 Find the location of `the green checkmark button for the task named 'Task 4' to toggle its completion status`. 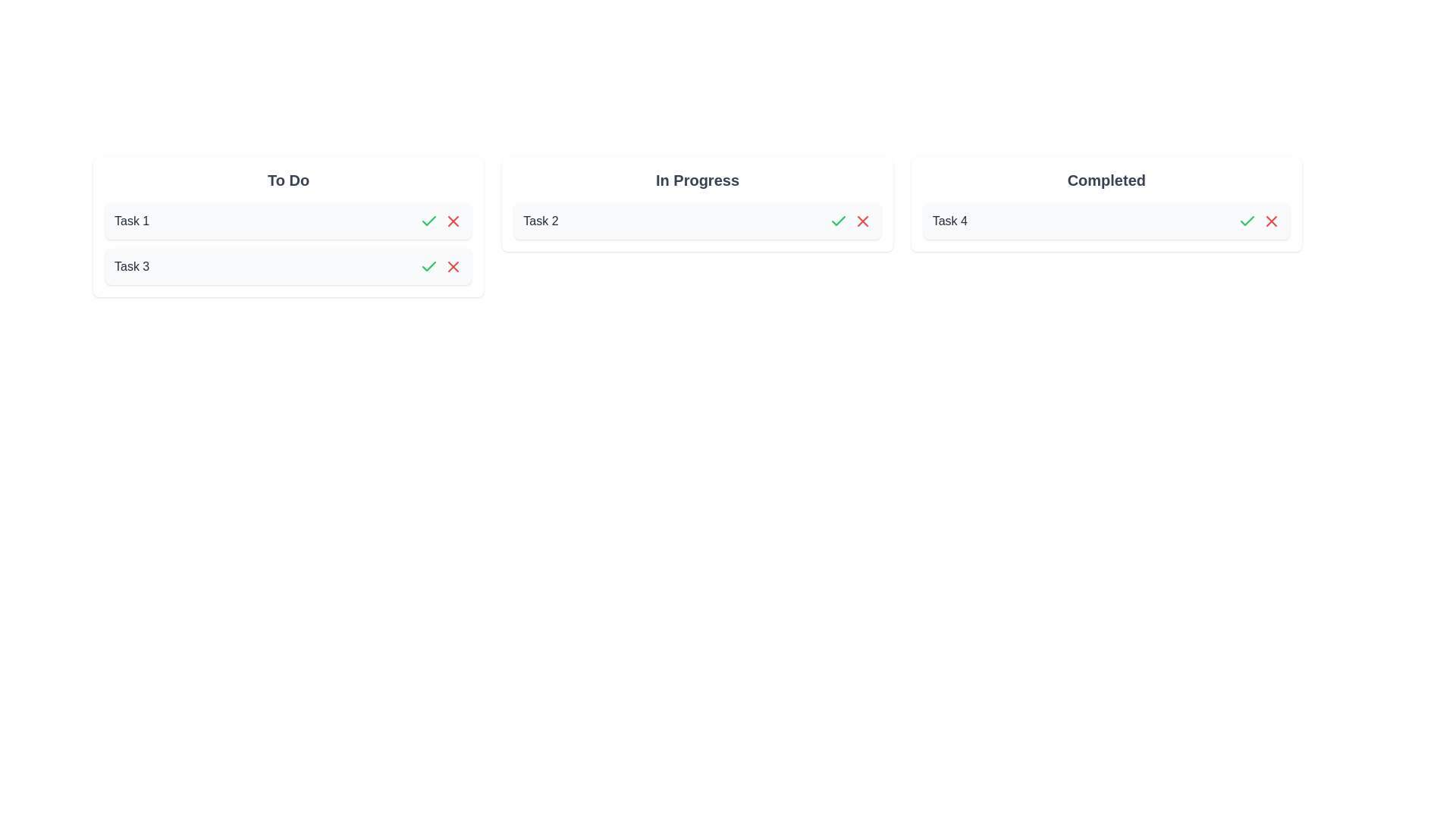

the green checkmark button for the task named 'Task 4' to toggle its completion status is located at coordinates (1247, 221).